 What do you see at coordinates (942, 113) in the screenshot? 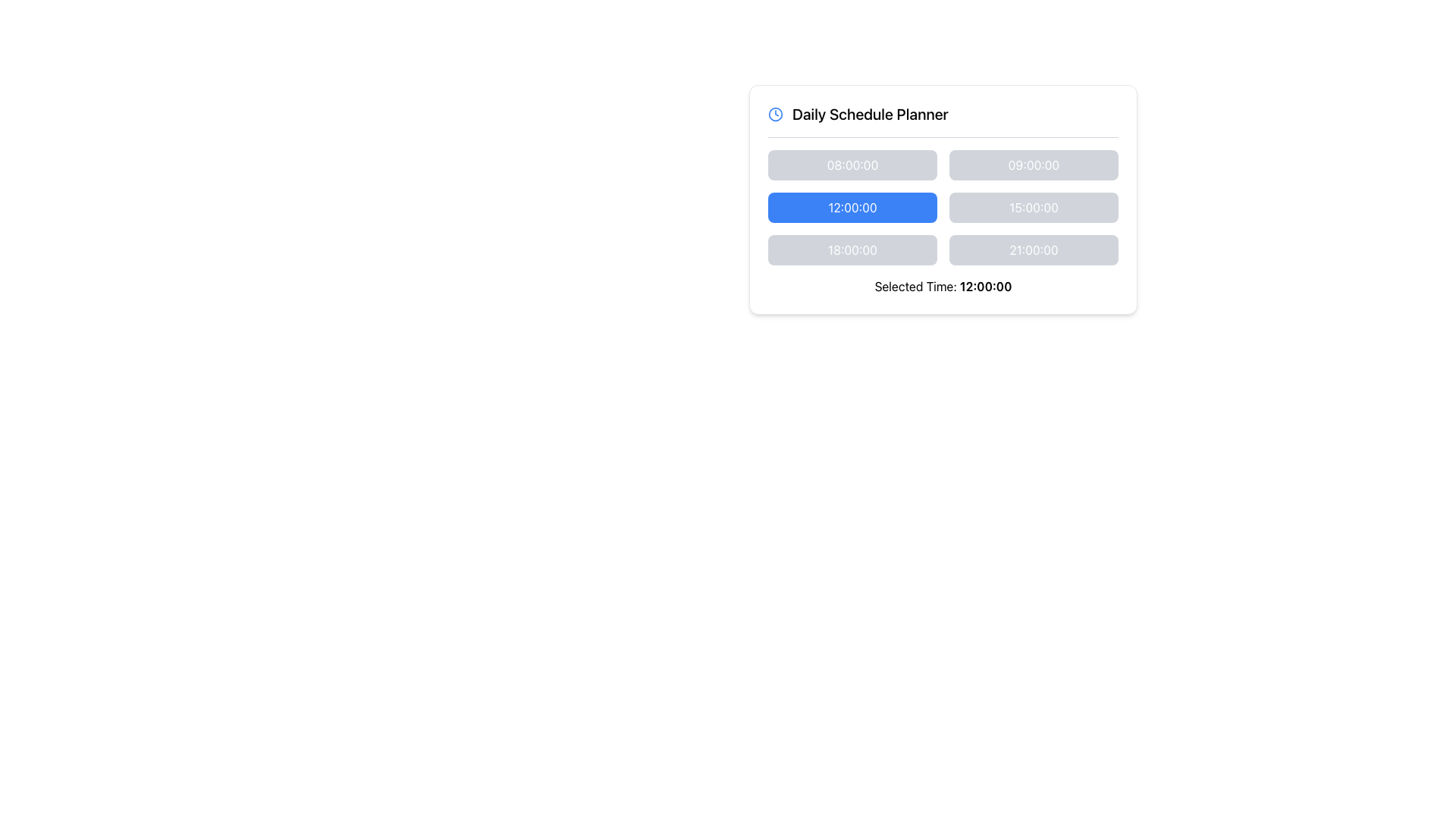
I see `the 'Daily Schedule Planner' text label with a clock icon, which is located at the top of a card-like section with a white background and gray border` at bounding box center [942, 113].